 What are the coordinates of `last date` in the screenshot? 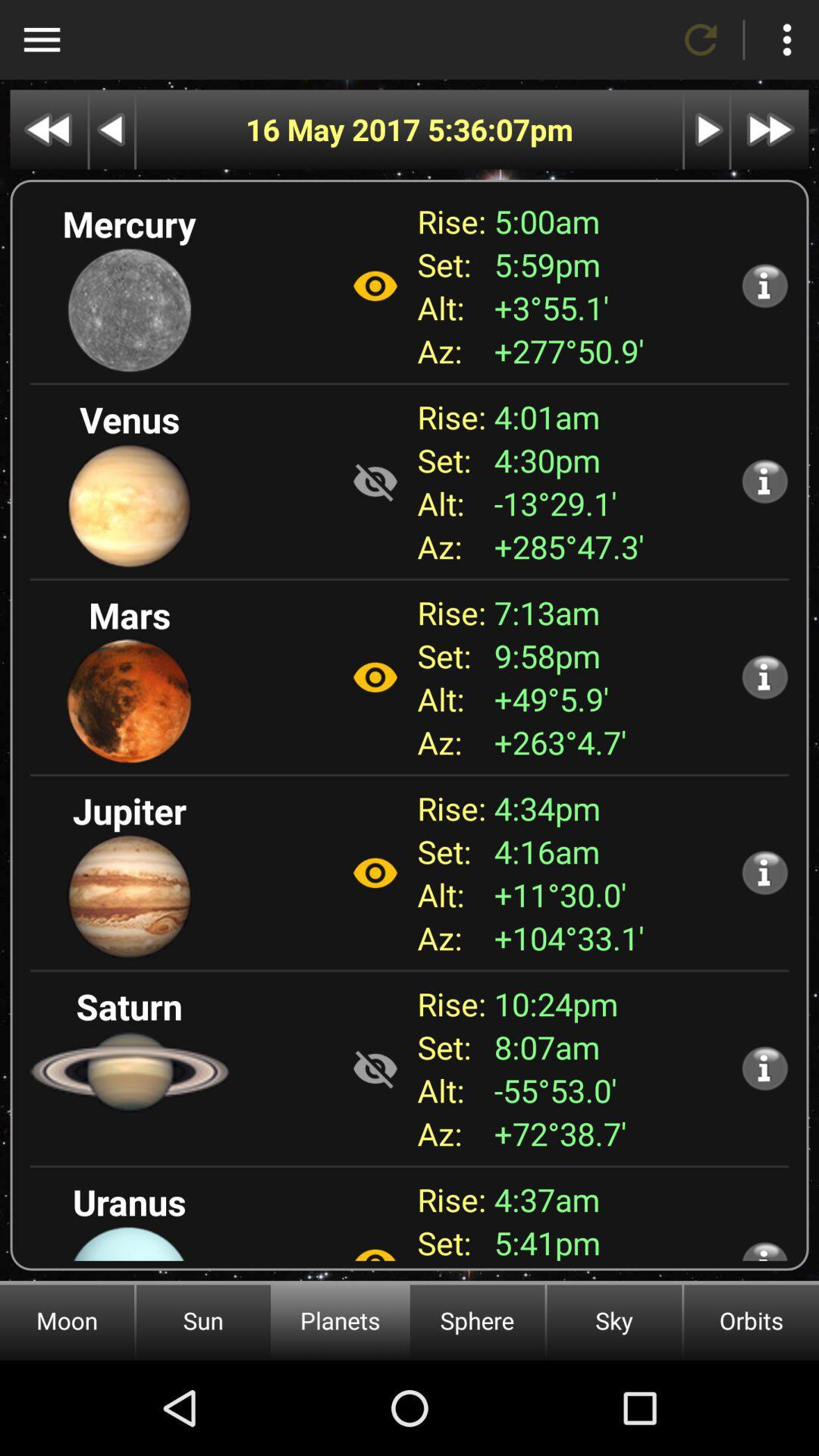 It's located at (770, 130).